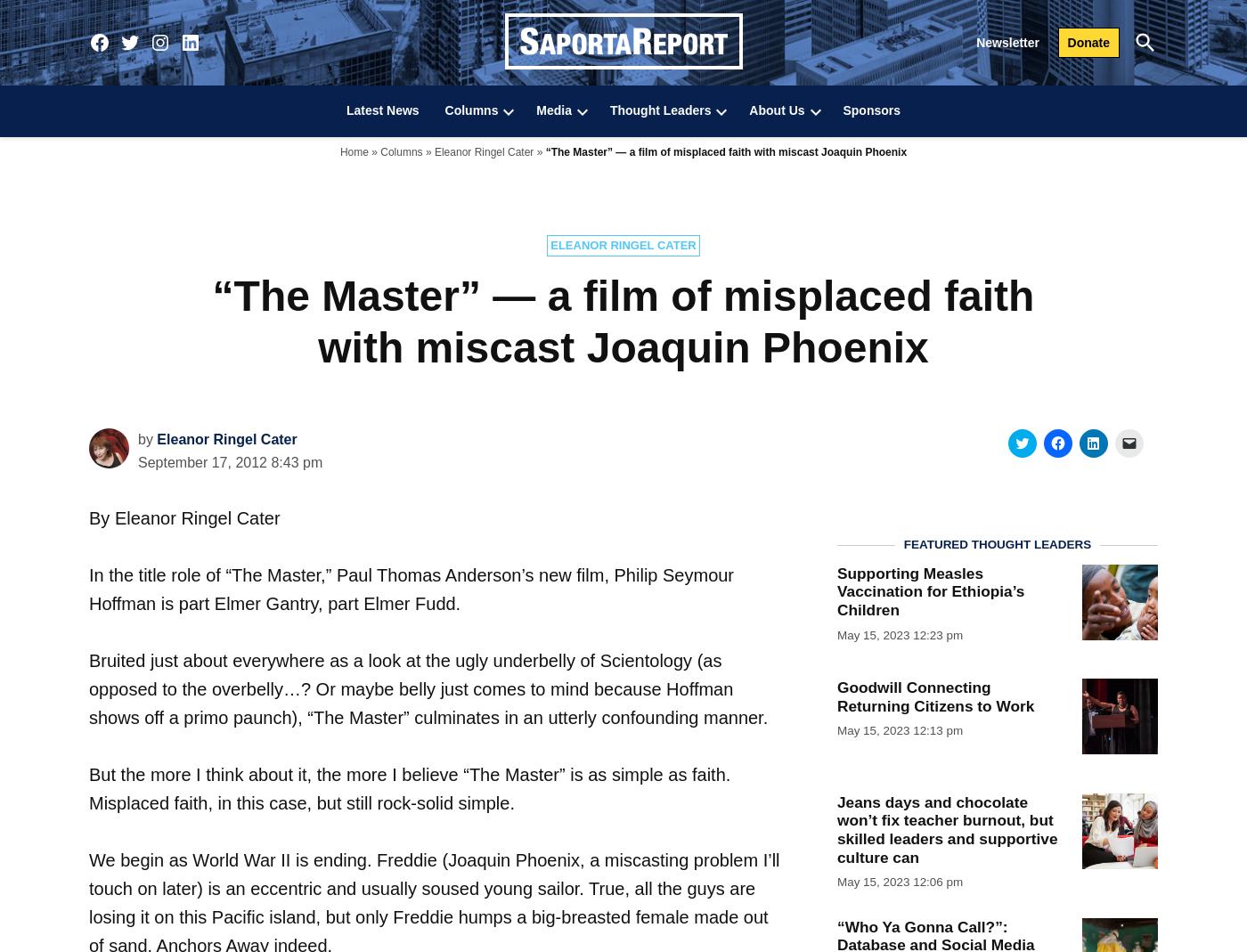  I want to click on 'Newsletter', so click(1007, 41).